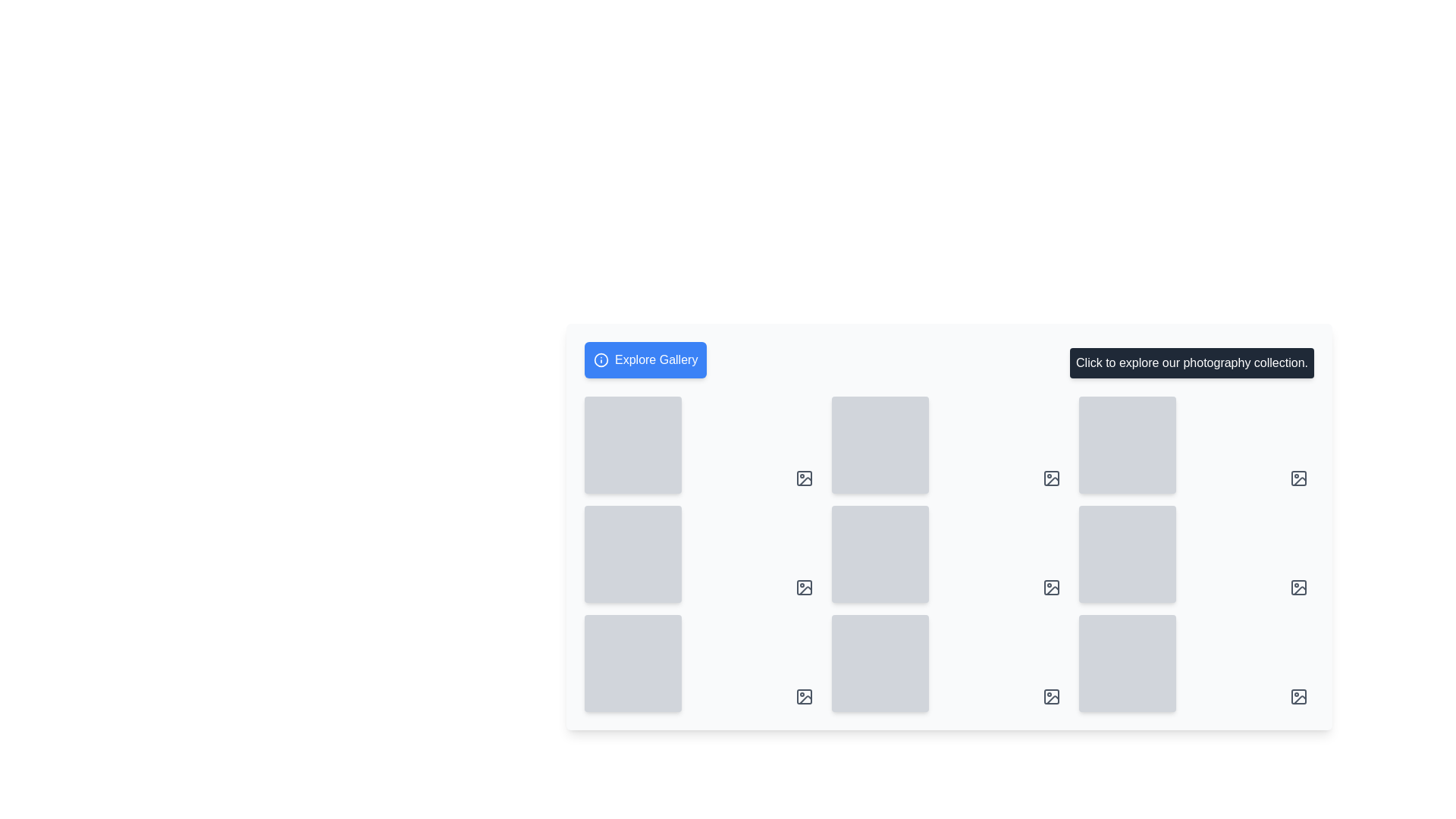  Describe the element at coordinates (1298, 587) in the screenshot. I see `the image-related action icon located in the bottom-right corner of the rectangular card to interact with it` at that location.